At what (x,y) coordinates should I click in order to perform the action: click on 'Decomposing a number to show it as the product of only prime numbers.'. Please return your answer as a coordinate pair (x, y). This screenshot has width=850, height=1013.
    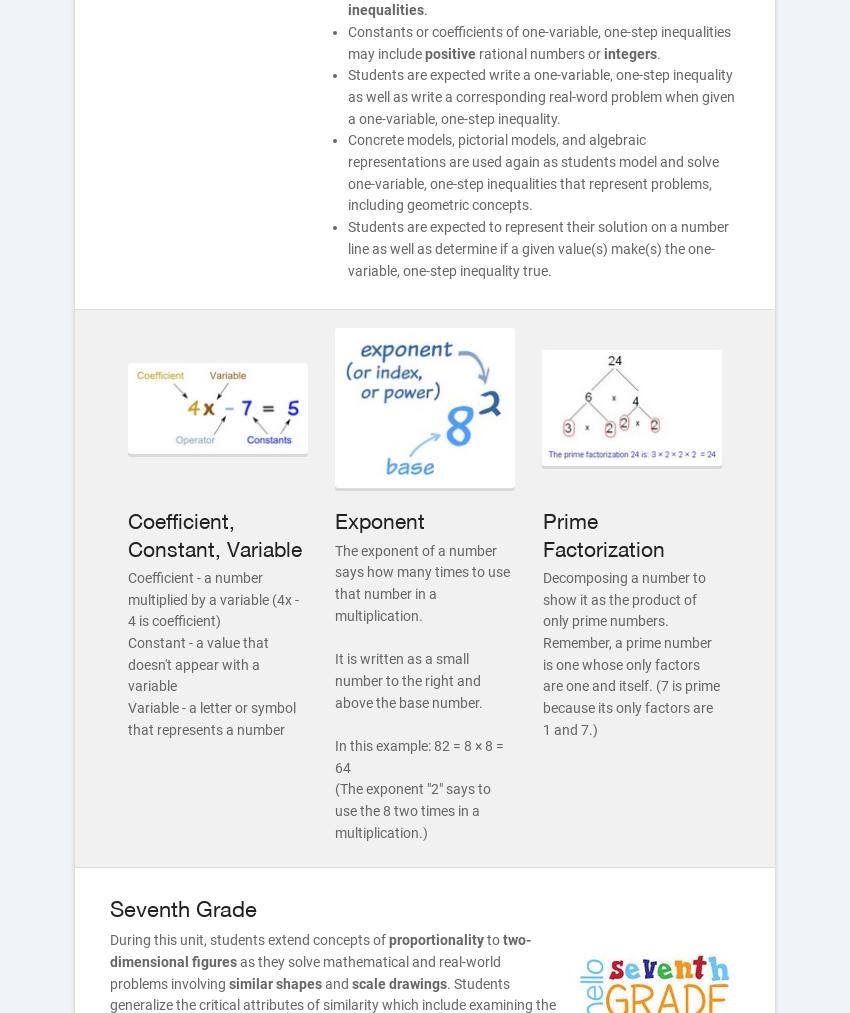
    Looking at the image, I should click on (622, 599).